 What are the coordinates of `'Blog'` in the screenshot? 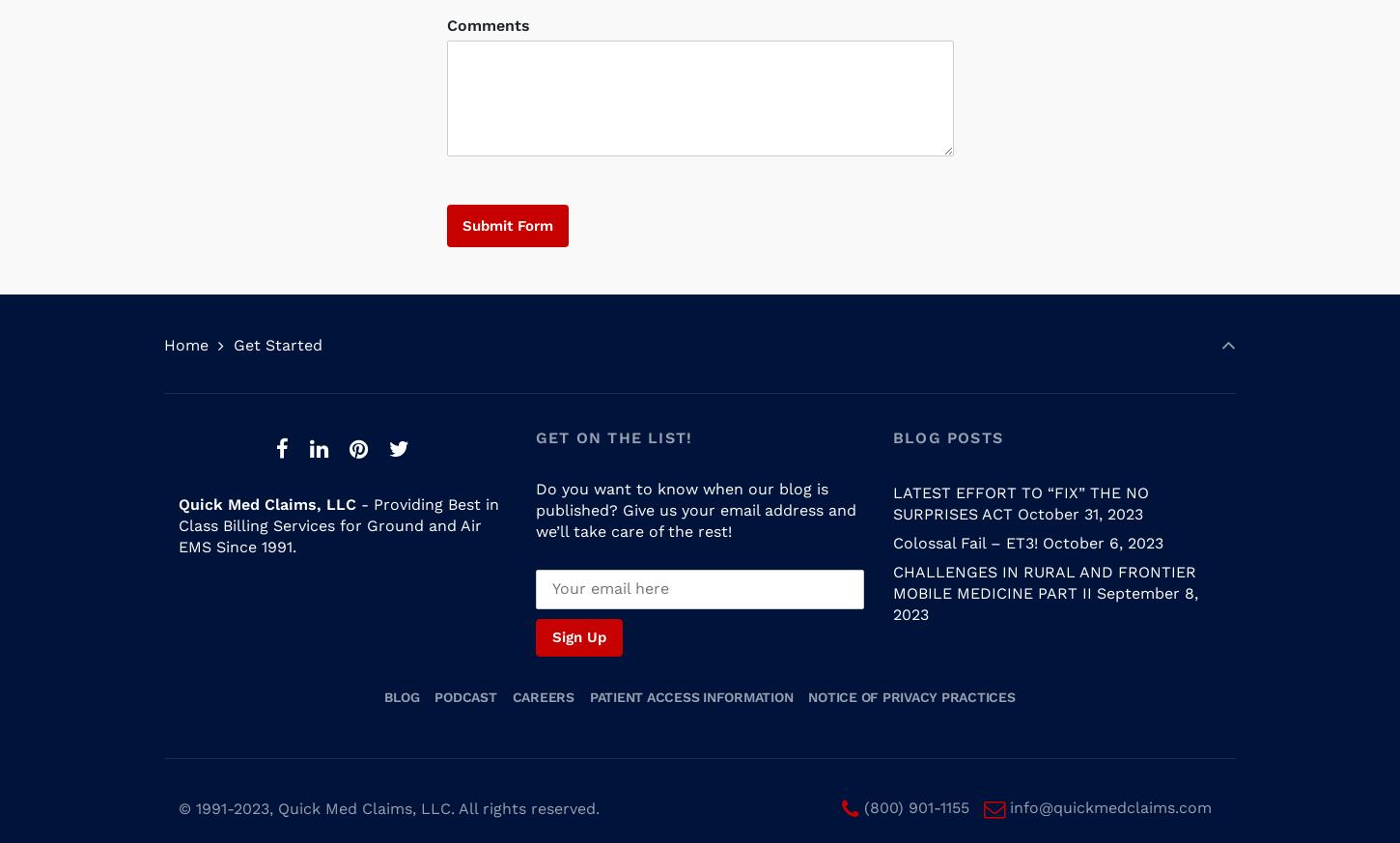 It's located at (401, 678).